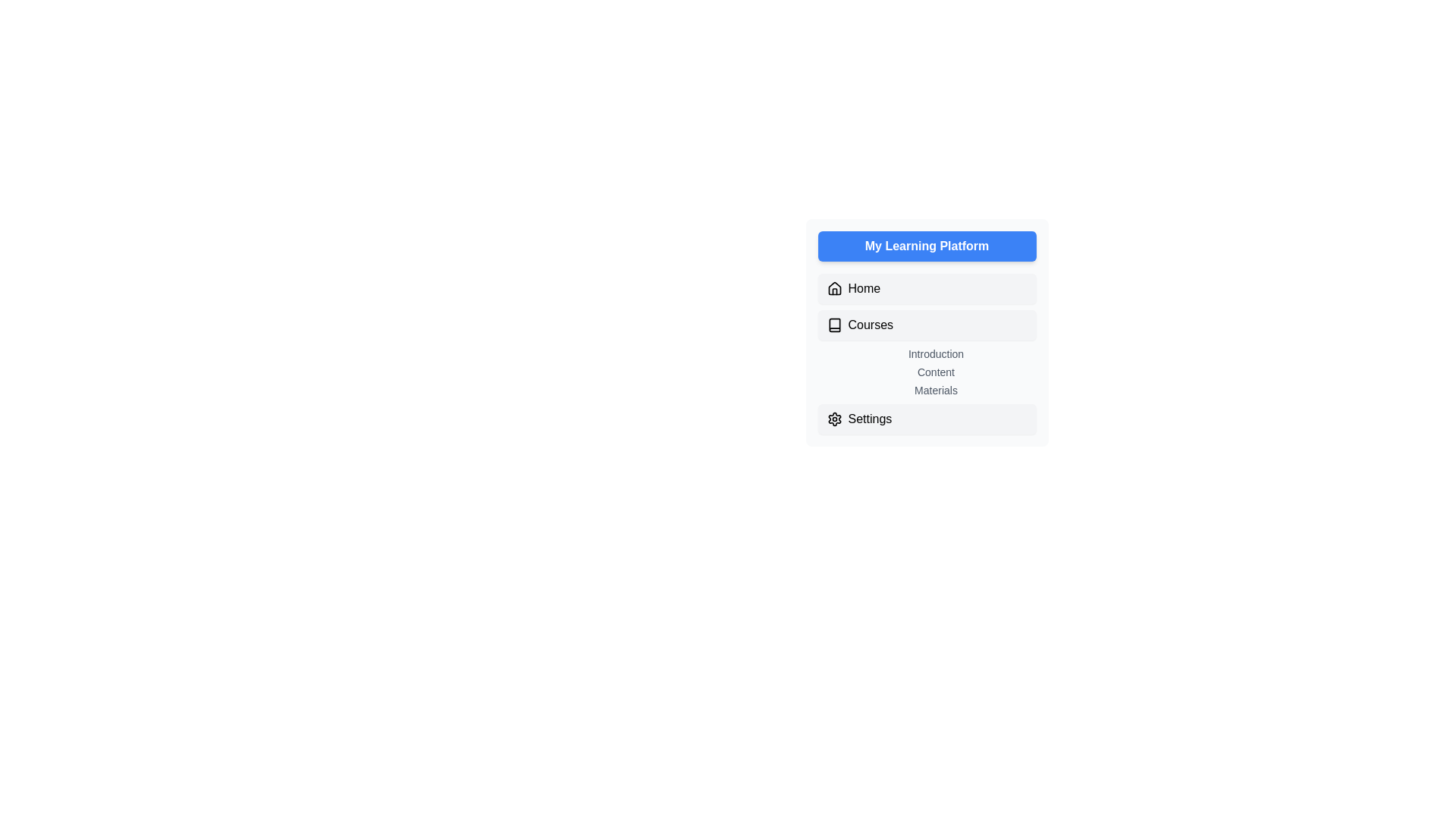 The image size is (1456, 819). Describe the element at coordinates (833, 419) in the screenshot. I see `the cogwheel icon, which represents the settings gear and is located above the text 'Settings' in the navigation list` at that location.